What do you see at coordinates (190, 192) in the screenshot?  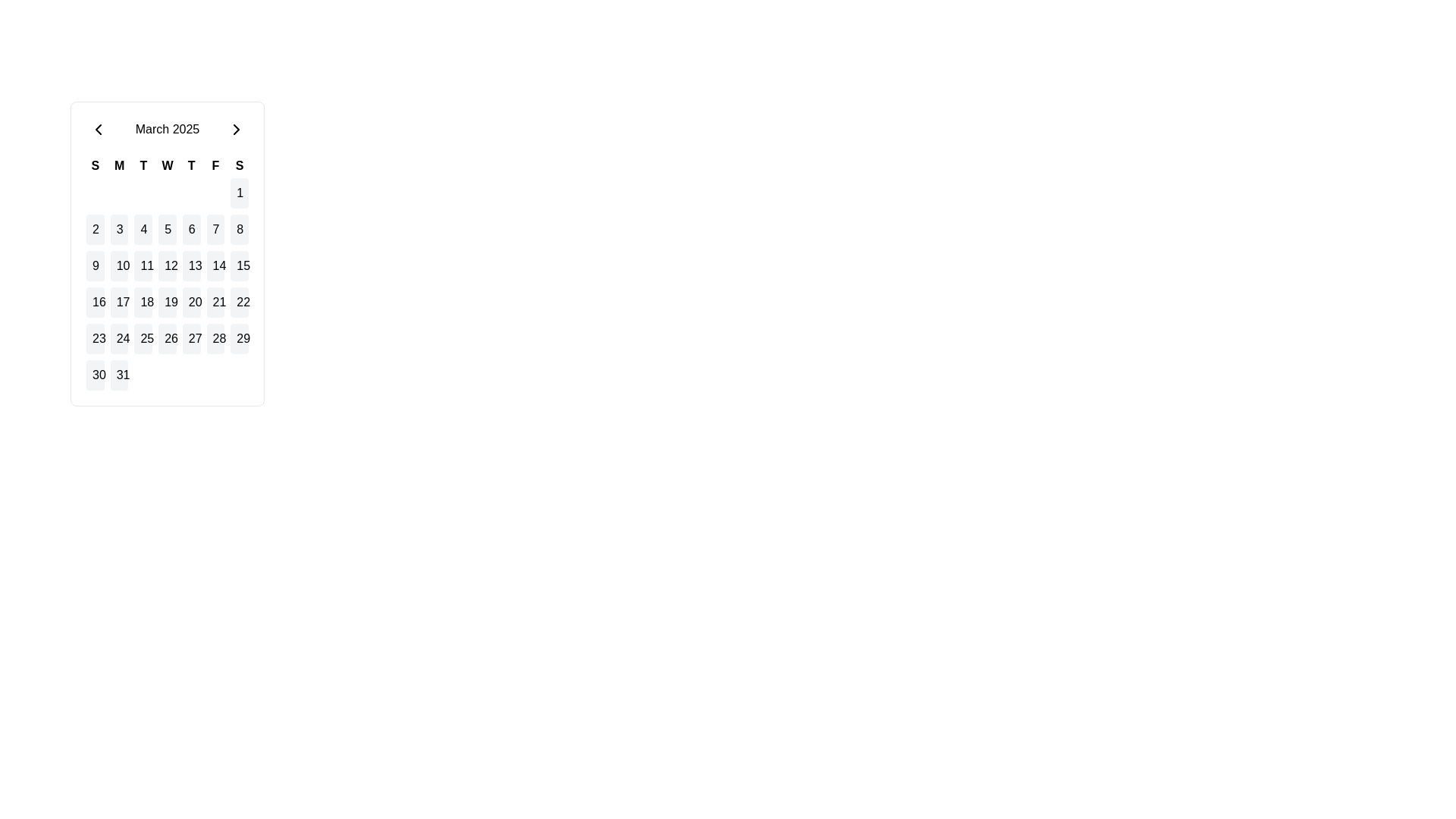 I see `the non-interactive, empty Calendar cell located in the first row under the weekday headers, specifically in the fifth column corresponding to Thursday` at bounding box center [190, 192].